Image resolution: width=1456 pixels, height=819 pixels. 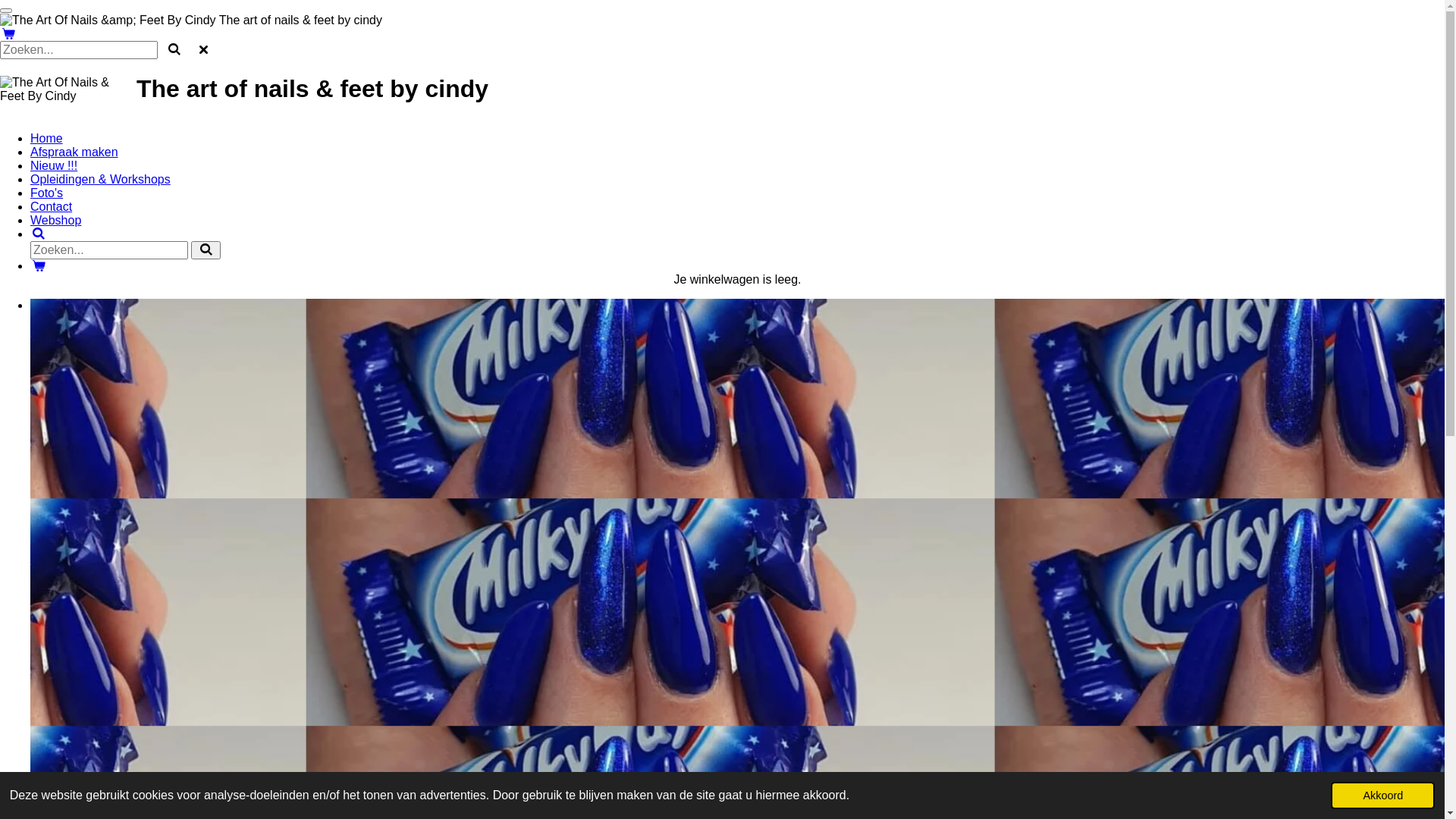 I want to click on 'Nieuw !!!', so click(x=54, y=165).